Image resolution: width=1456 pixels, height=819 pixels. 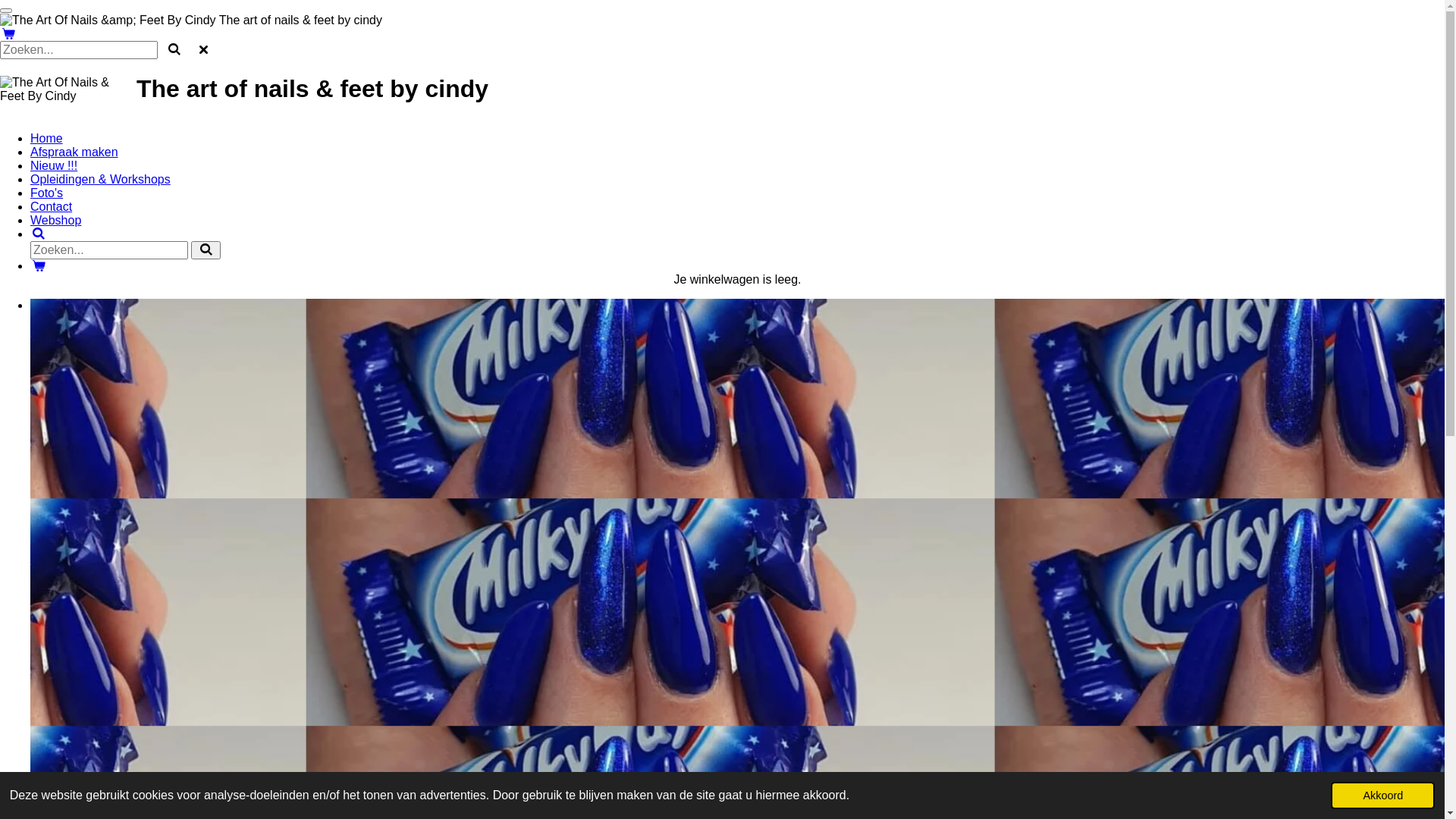 I want to click on 'Nieuw !!!', so click(x=54, y=165).